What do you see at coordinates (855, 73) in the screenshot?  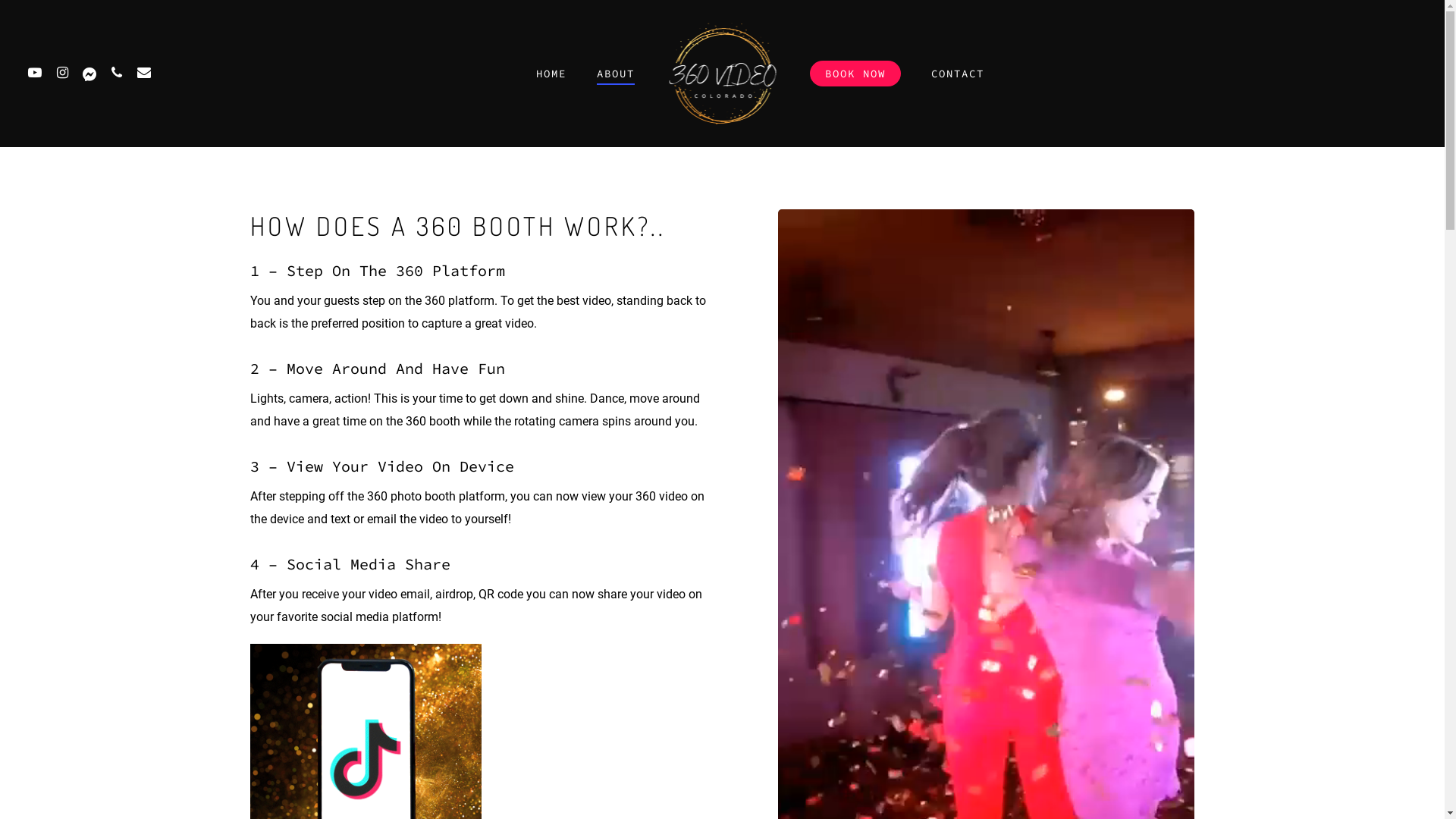 I see `'BOOK NOW'` at bounding box center [855, 73].